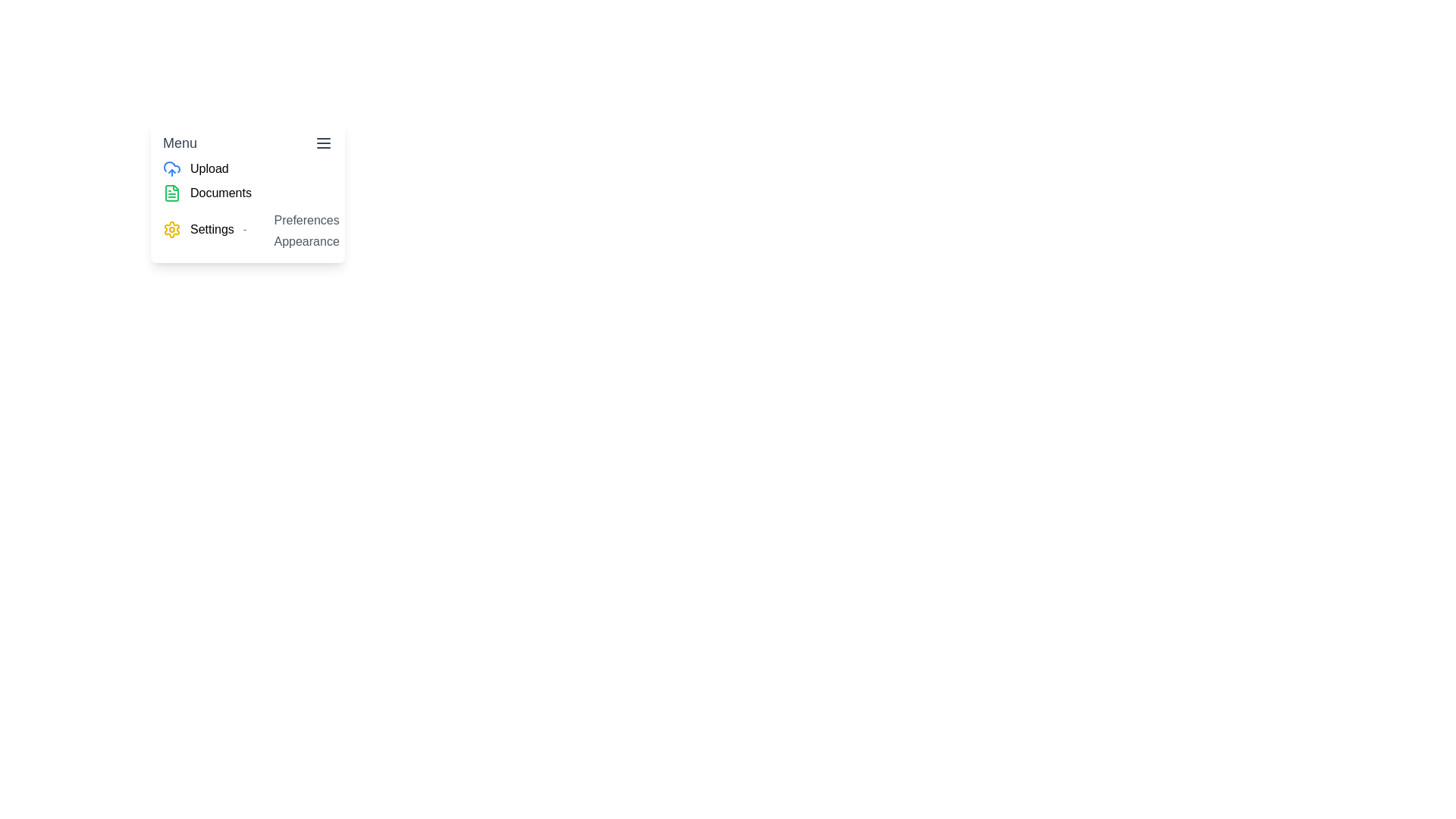 This screenshot has height=819, width=1456. I want to click on the Menu item group located beneath the 'Menu' header and above other content, so click(247, 205).